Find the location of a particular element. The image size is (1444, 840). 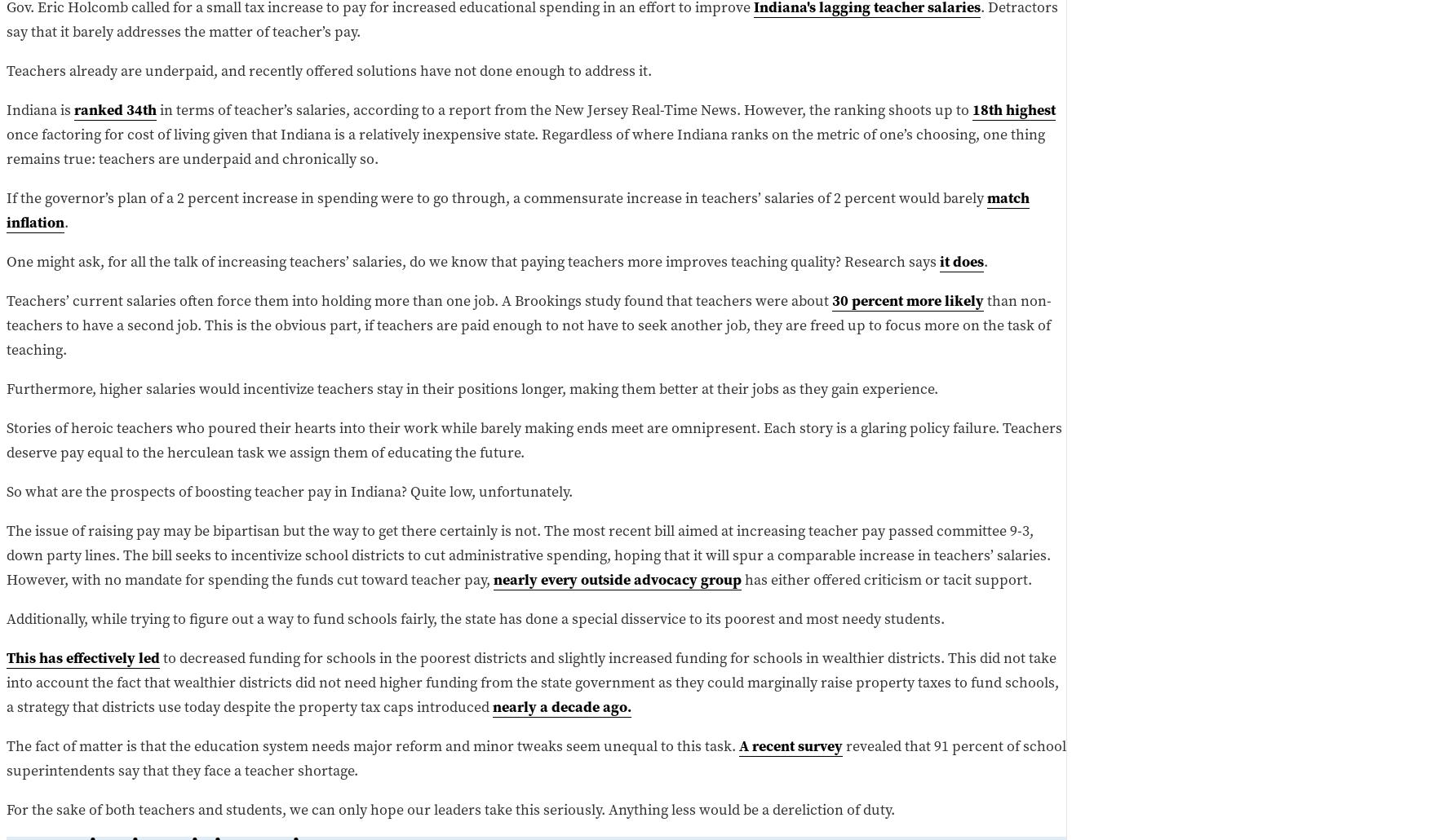

'One might ask, for all the talk of increasing teachers’ salaries, do we know that paying teachers more improves teaching quality? Research says' is located at coordinates (473, 259).